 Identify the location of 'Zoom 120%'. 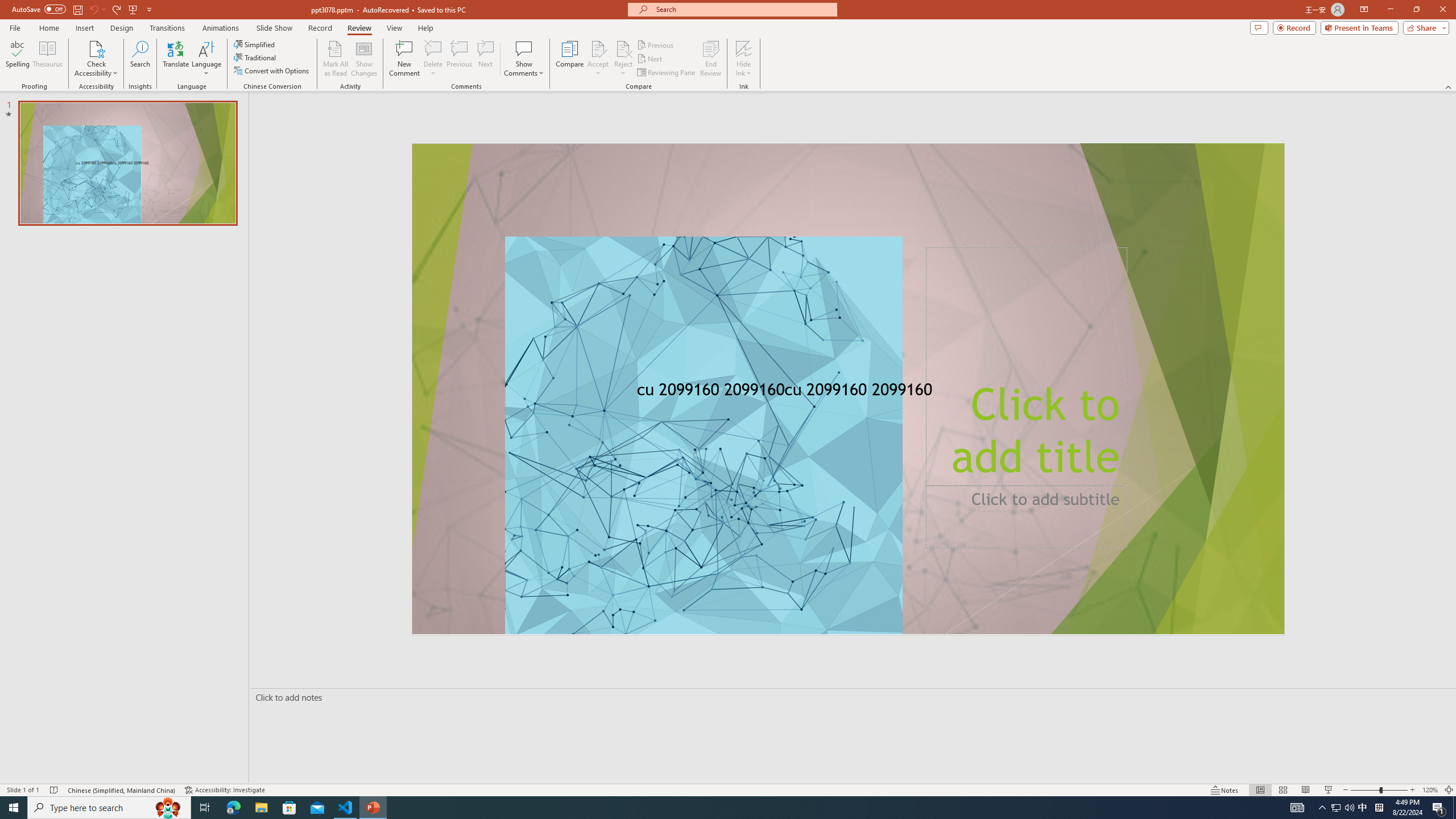
(1430, 790).